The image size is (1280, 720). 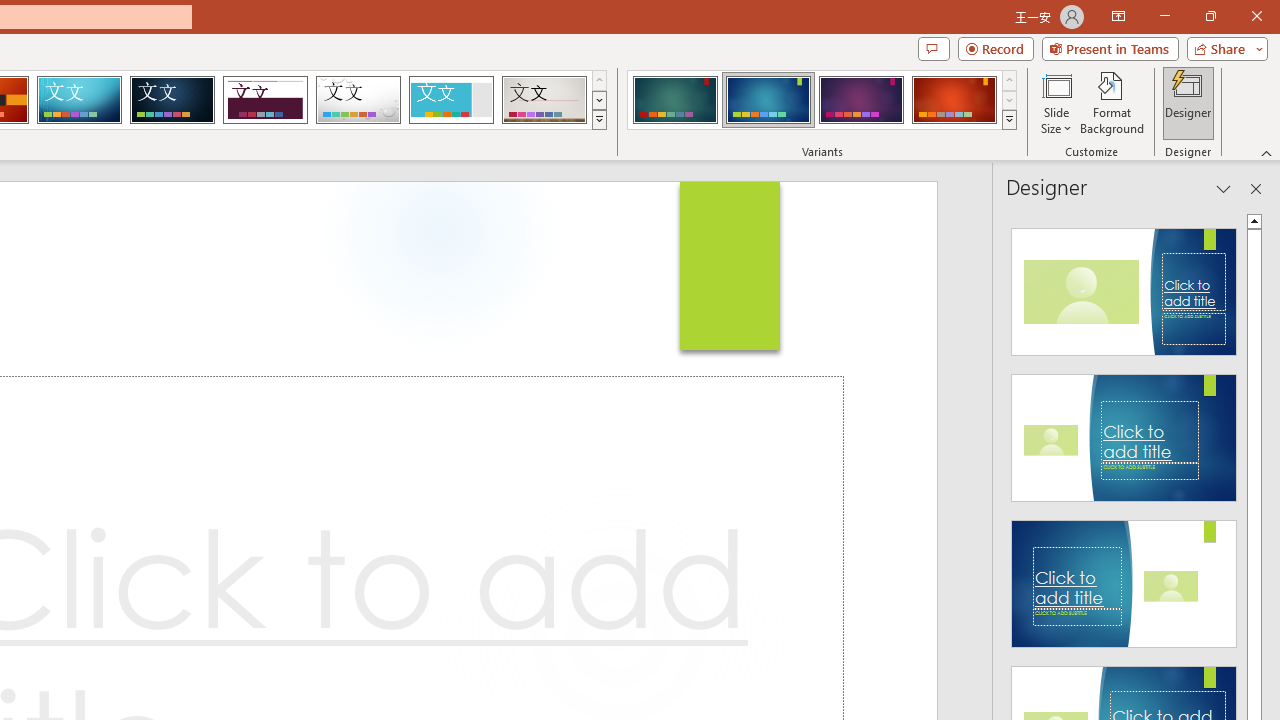 I want to click on 'Comments', so click(x=932, y=47).